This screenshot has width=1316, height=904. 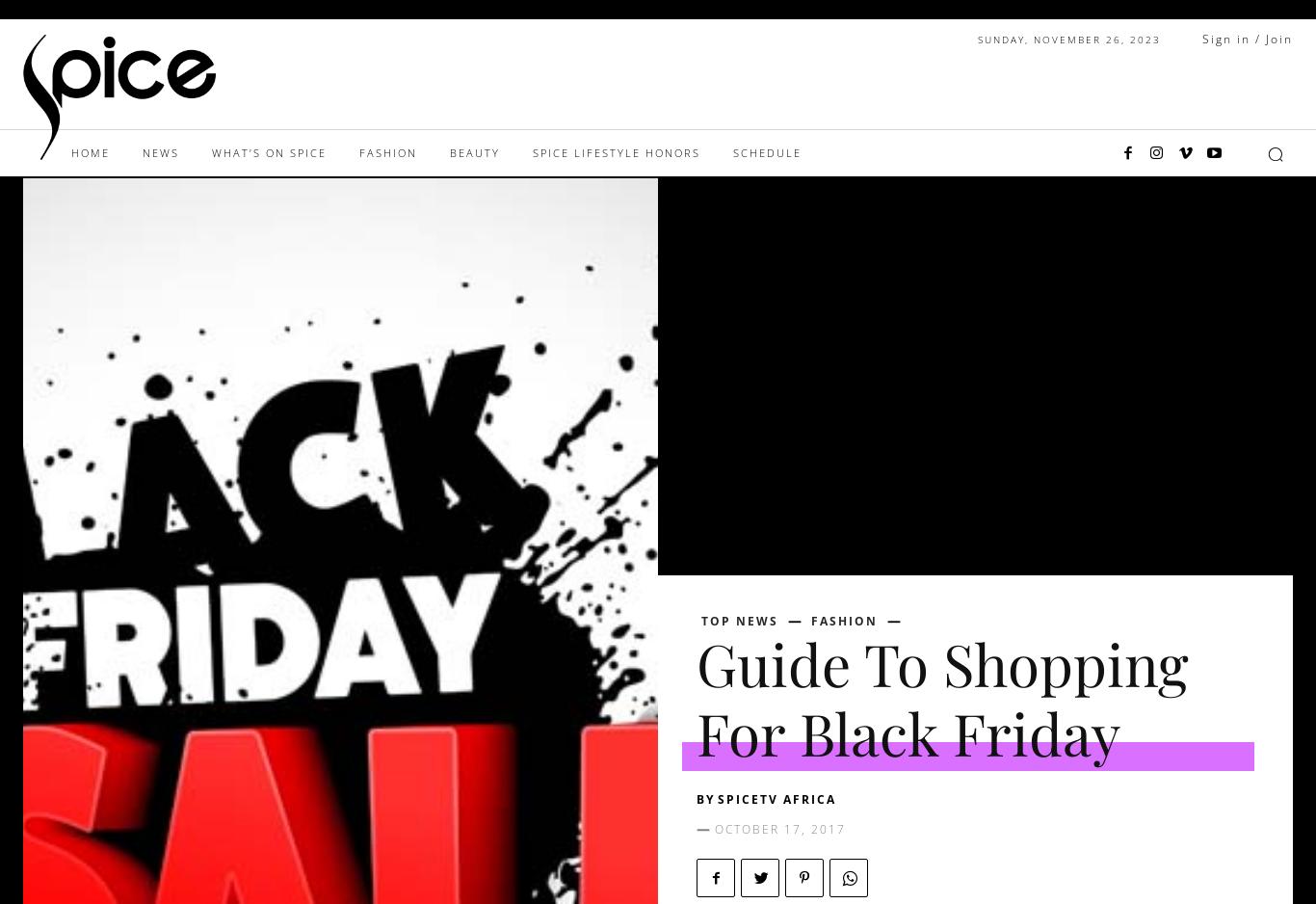 What do you see at coordinates (474, 152) in the screenshot?
I see `'Beauty'` at bounding box center [474, 152].